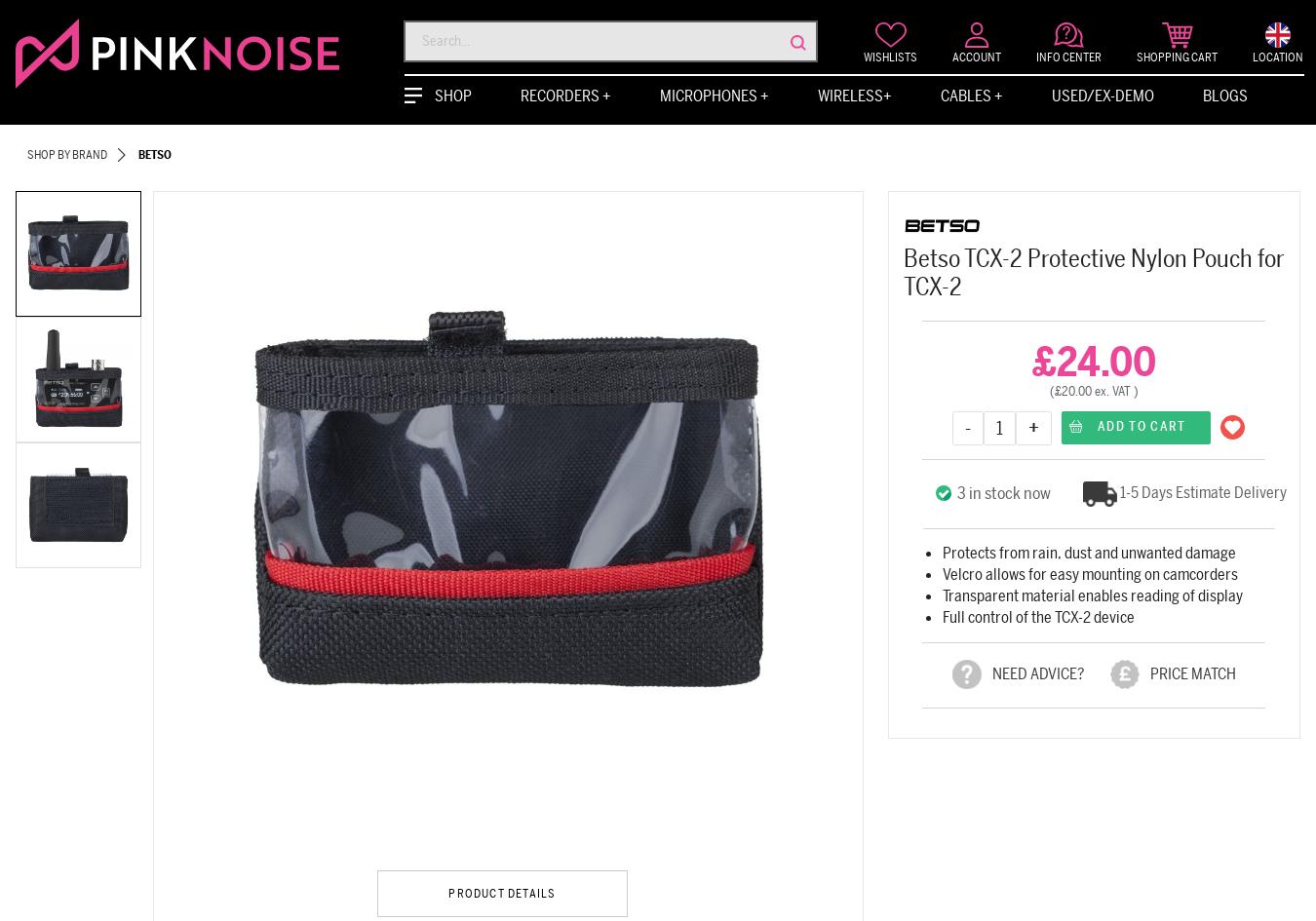 The image size is (1316, 921). Describe the element at coordinates (970, 96) in the screenshot. I see `'Cables +'` at that location.